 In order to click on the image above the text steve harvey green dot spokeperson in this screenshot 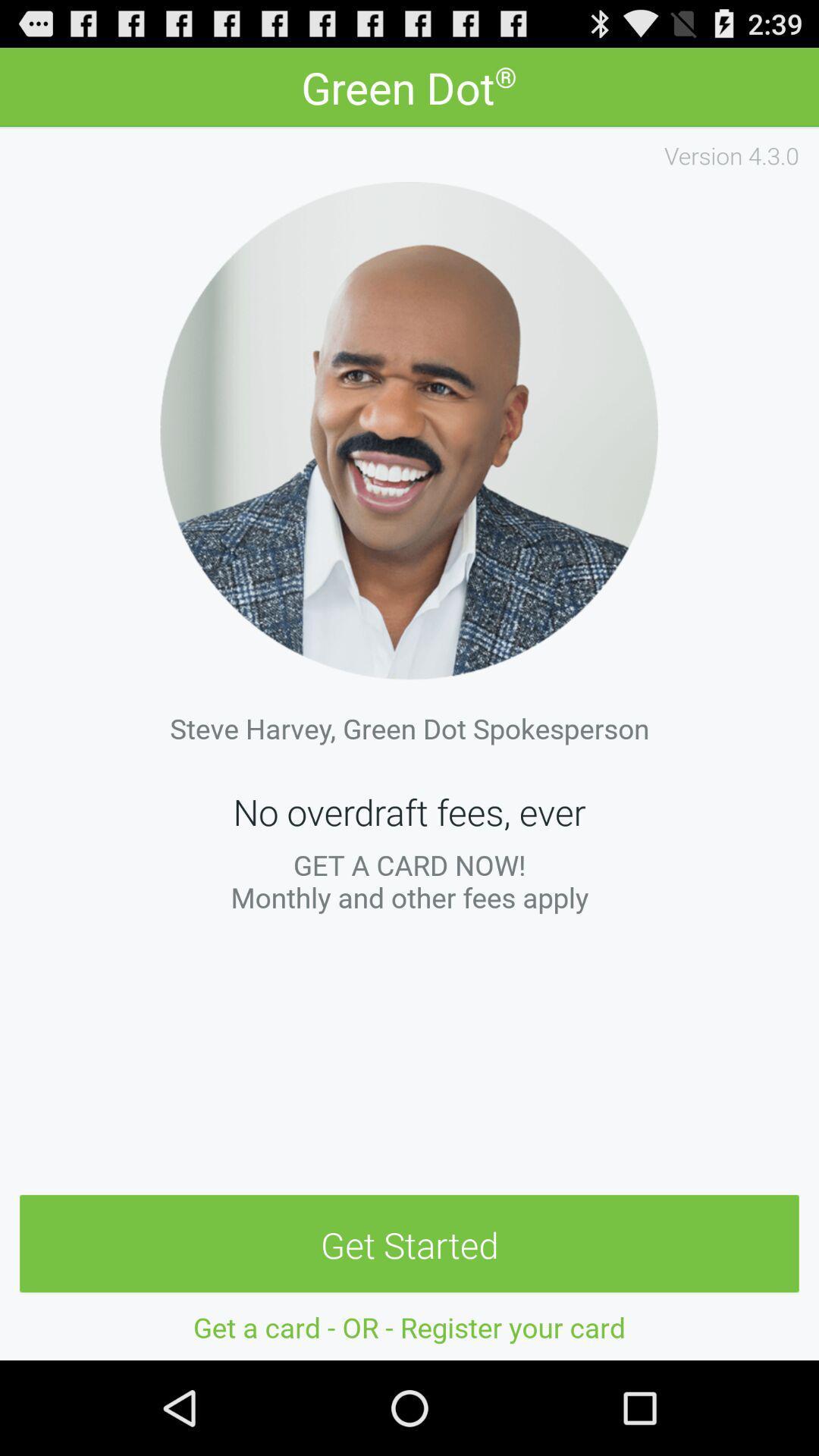, I will do `click(409, 429)`.